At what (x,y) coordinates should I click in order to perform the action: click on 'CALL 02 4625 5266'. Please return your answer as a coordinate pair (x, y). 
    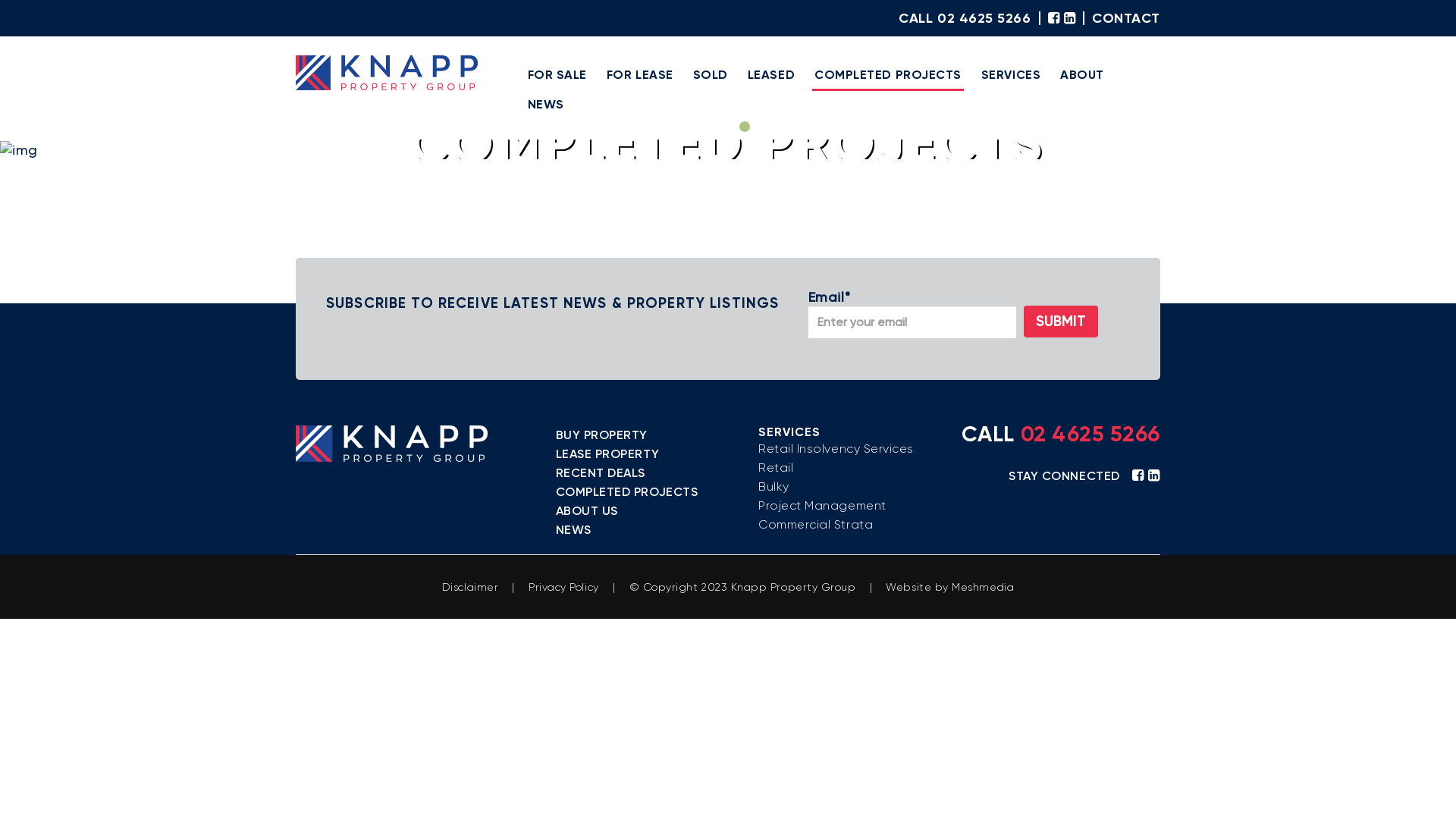
    Looking at the image, I should click on (899, 17).